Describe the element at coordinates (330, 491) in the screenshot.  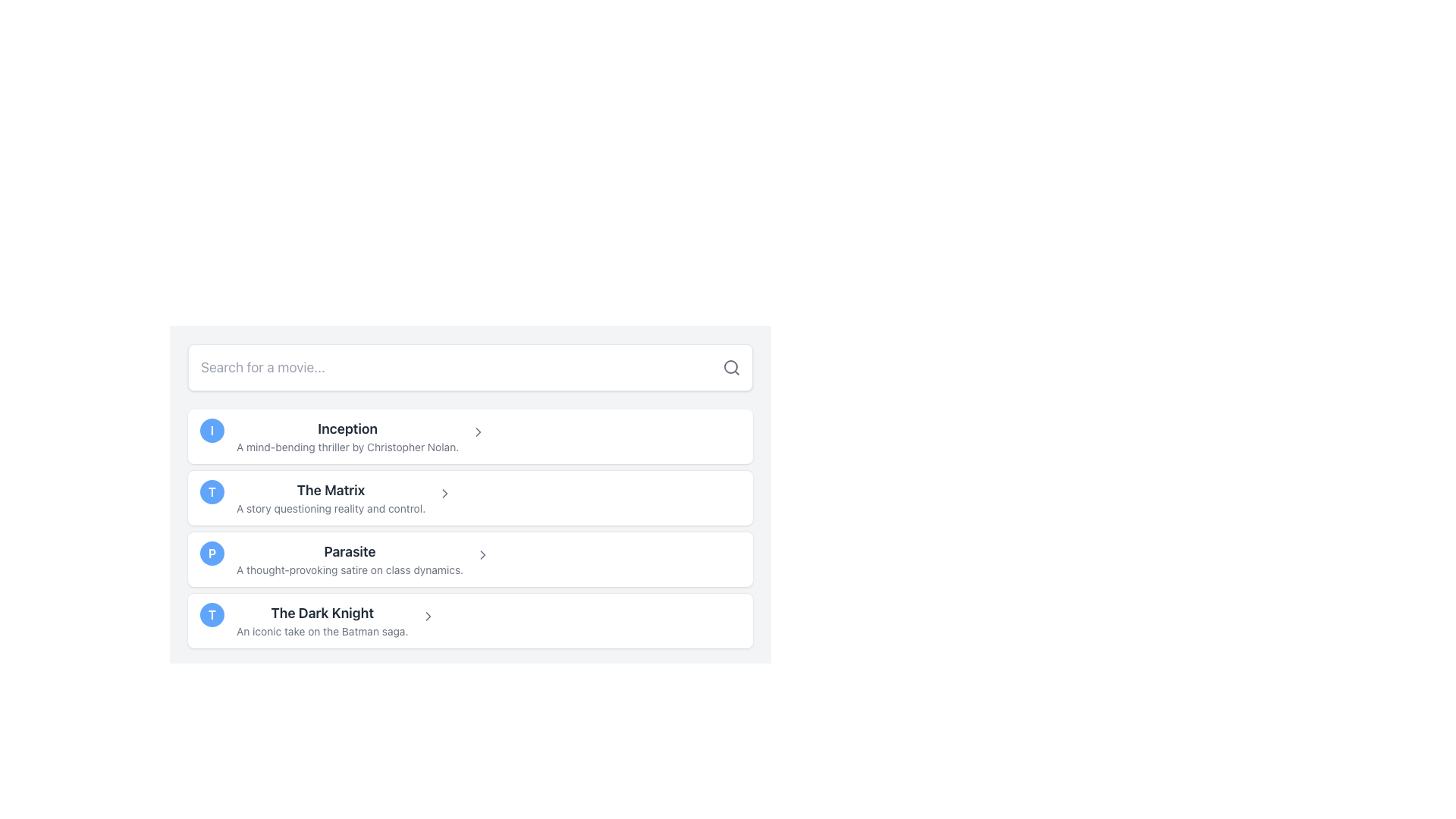
I see `the title 'The Matrix', which is the first text element in the list entry section, styled in bold black typography and positioned above the subtitle` at that location.